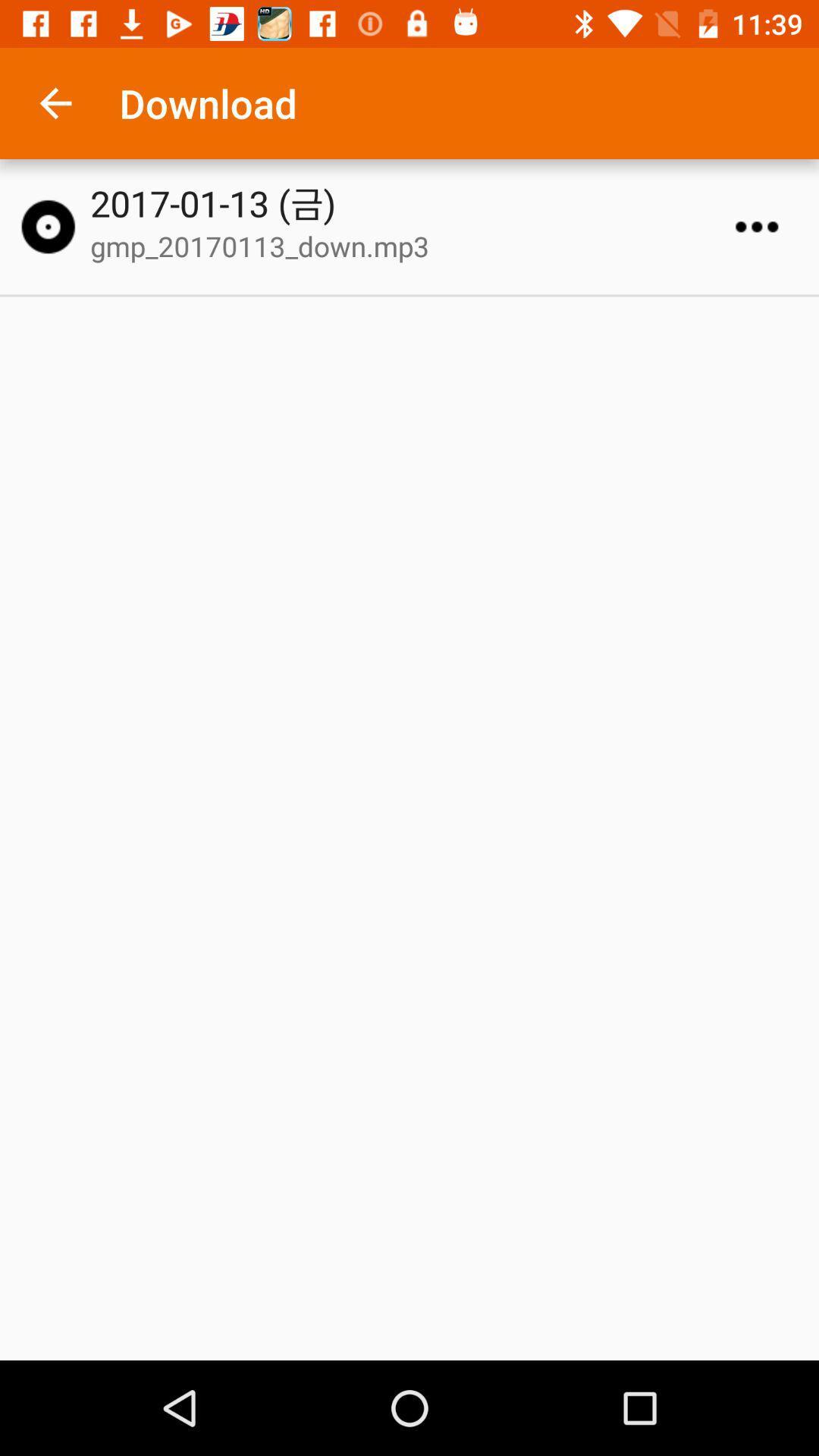 This screenshot has width=819, height=1456. What do you see at coordinates (47, 226) in the screenshot?
I see `the item to the left of 2017 01 13` at bounding box center [47, 226].